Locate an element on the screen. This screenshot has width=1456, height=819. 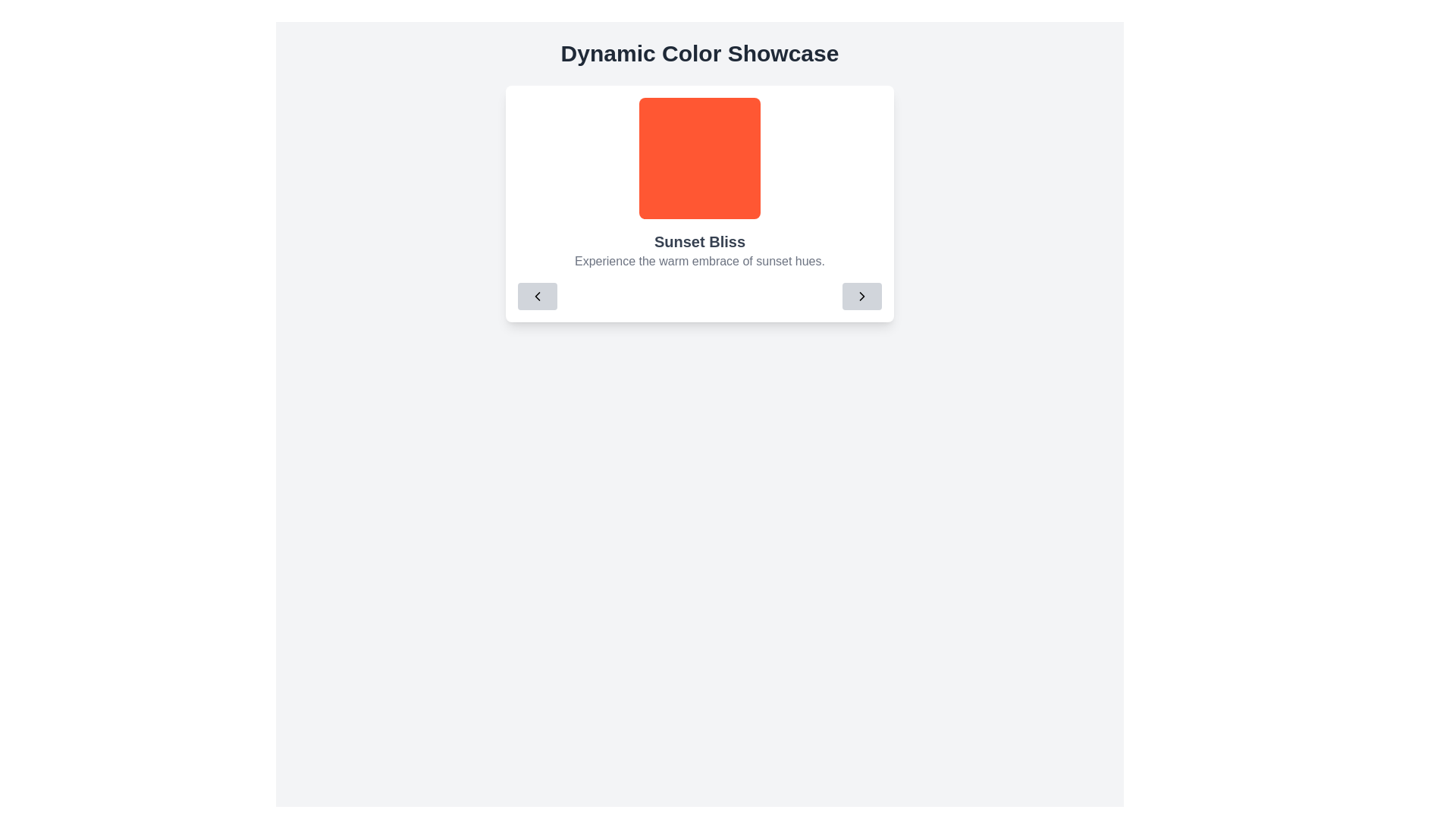
the static text element that provides supplemental detail to the title 'Sunset Bliss', positioned directly below the bold title and centered within the card layout is located at coordinates (698, 260).